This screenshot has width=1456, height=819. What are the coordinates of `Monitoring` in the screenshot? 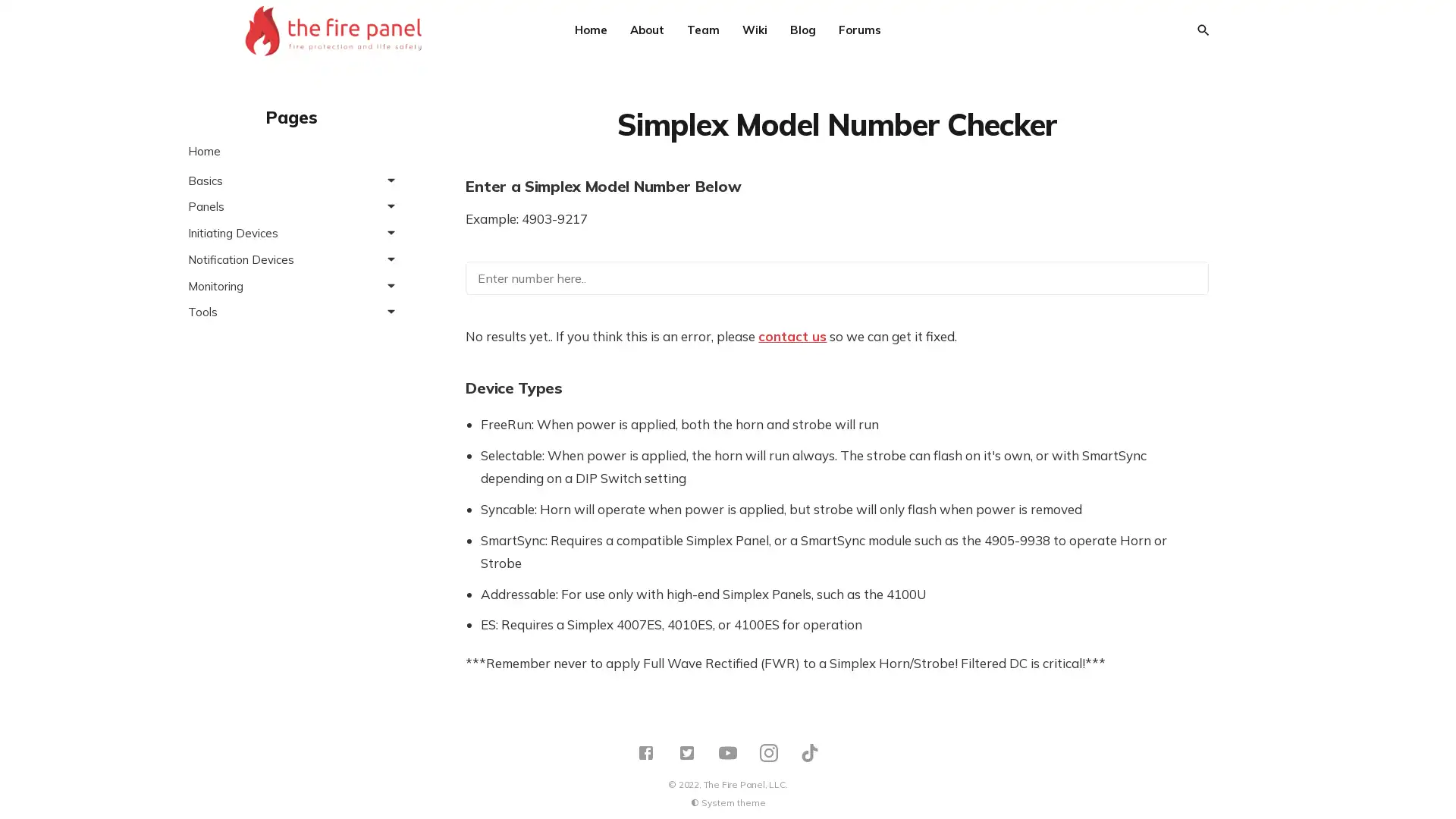 It's located at (291, 285).